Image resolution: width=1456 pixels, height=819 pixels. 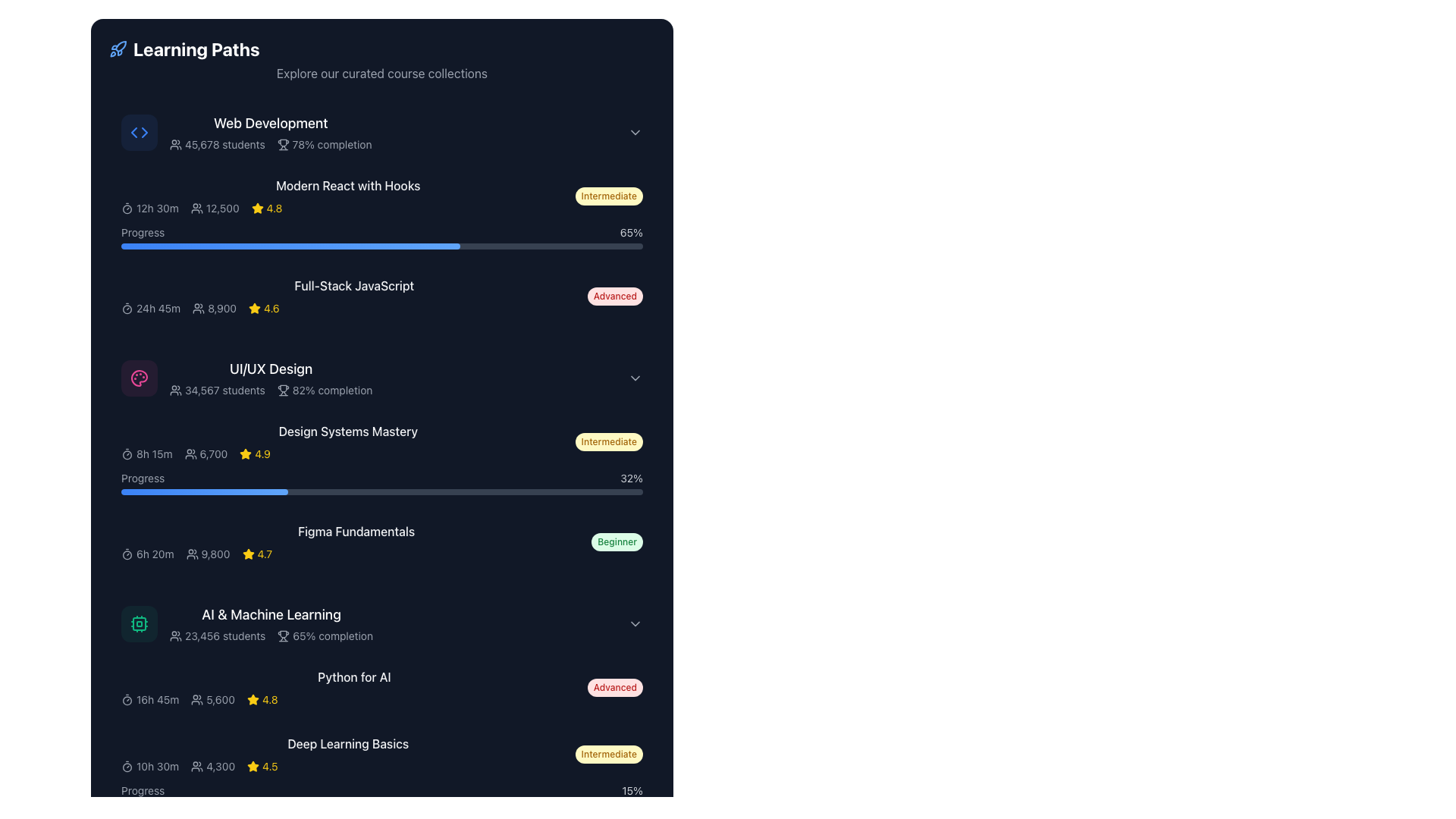 What do you see at coordinates (356, 531) in the screenshot?
I see `the 'Figma Fundamentals' text label, which is styled with a light gray font on a dark background and serves as the title for the course card in the module list` at bounding box center [356, 531].